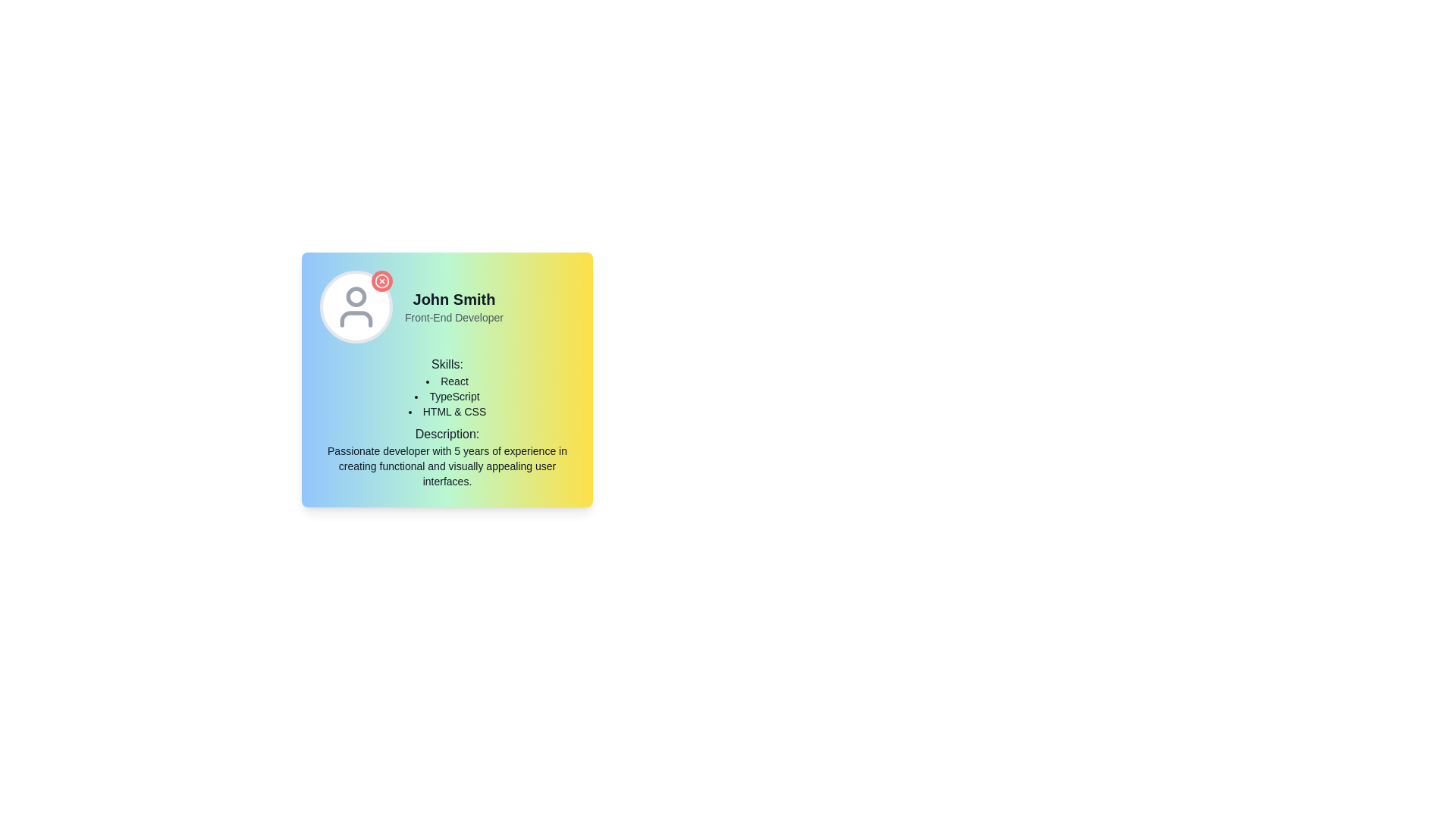  Describe the element at coordinates (382, 281) in the screenshot. I see `the interactive action button located at the top-right corner of the profile card, above the title 'John Smith'` at that location.